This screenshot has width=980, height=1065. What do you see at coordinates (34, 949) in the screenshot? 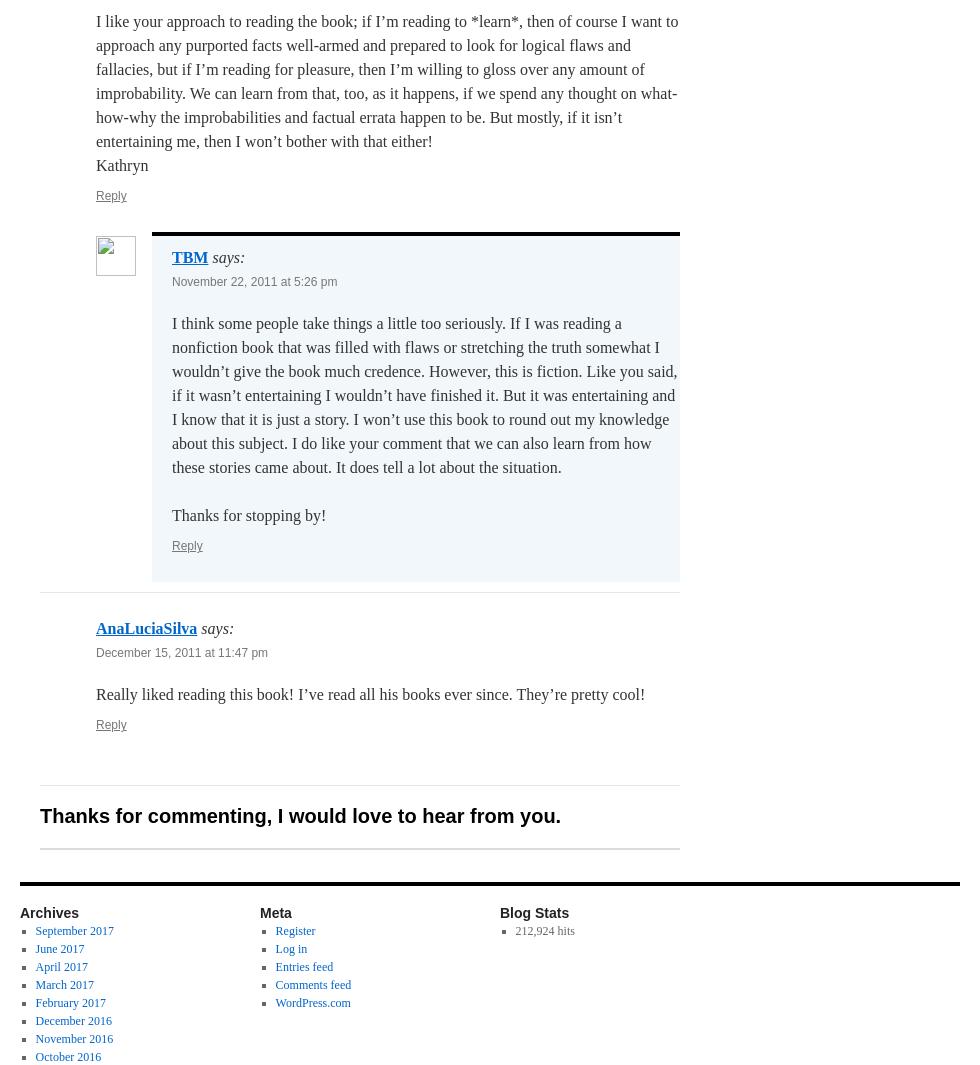
I see `'June 2017'` at bounding box center [34, 949].